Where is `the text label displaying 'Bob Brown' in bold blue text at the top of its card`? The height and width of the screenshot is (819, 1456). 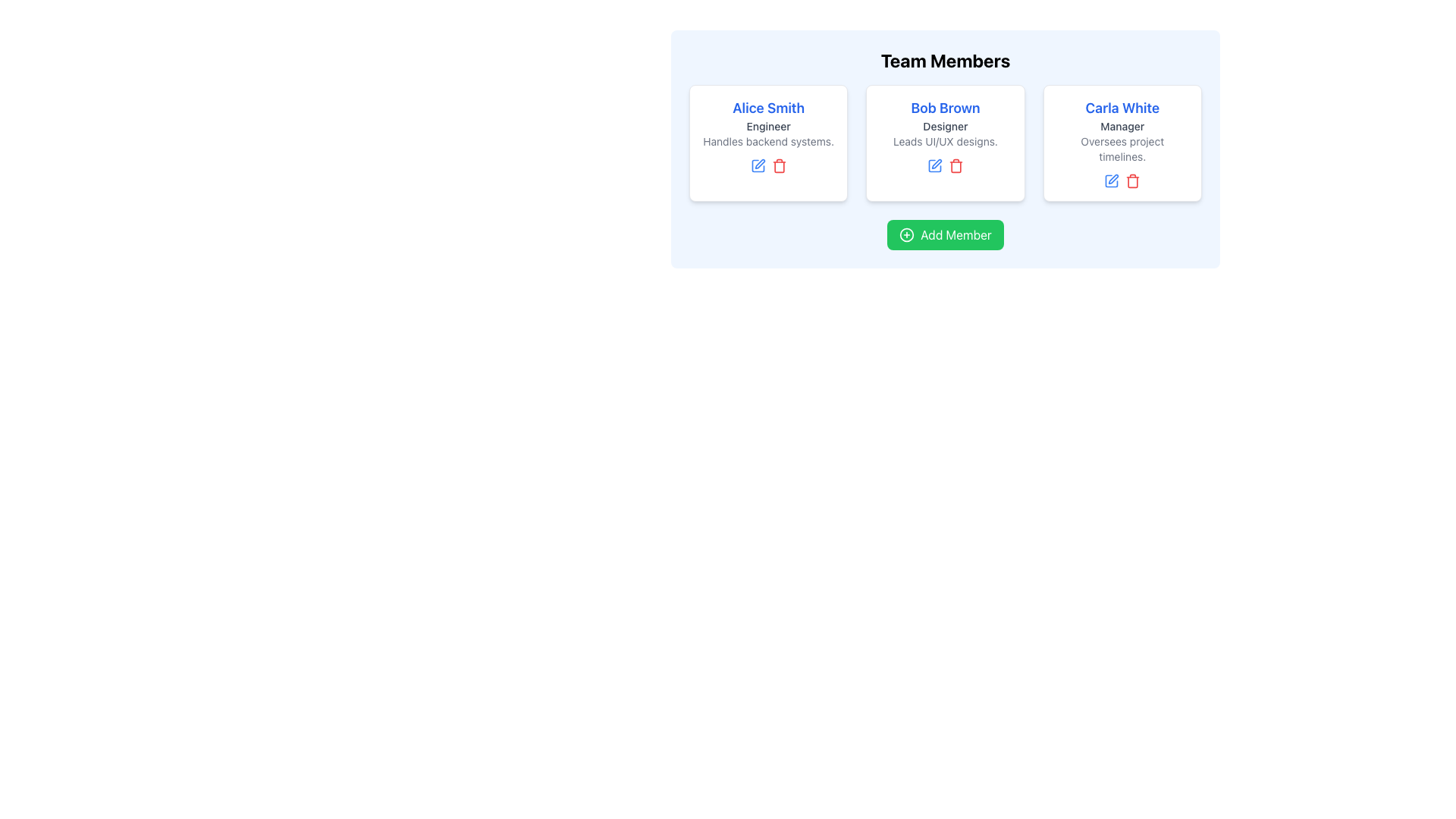
the text label displaying 'Bob Brown' in bold blue text at the top of its card is located at coordinates (945, 107).